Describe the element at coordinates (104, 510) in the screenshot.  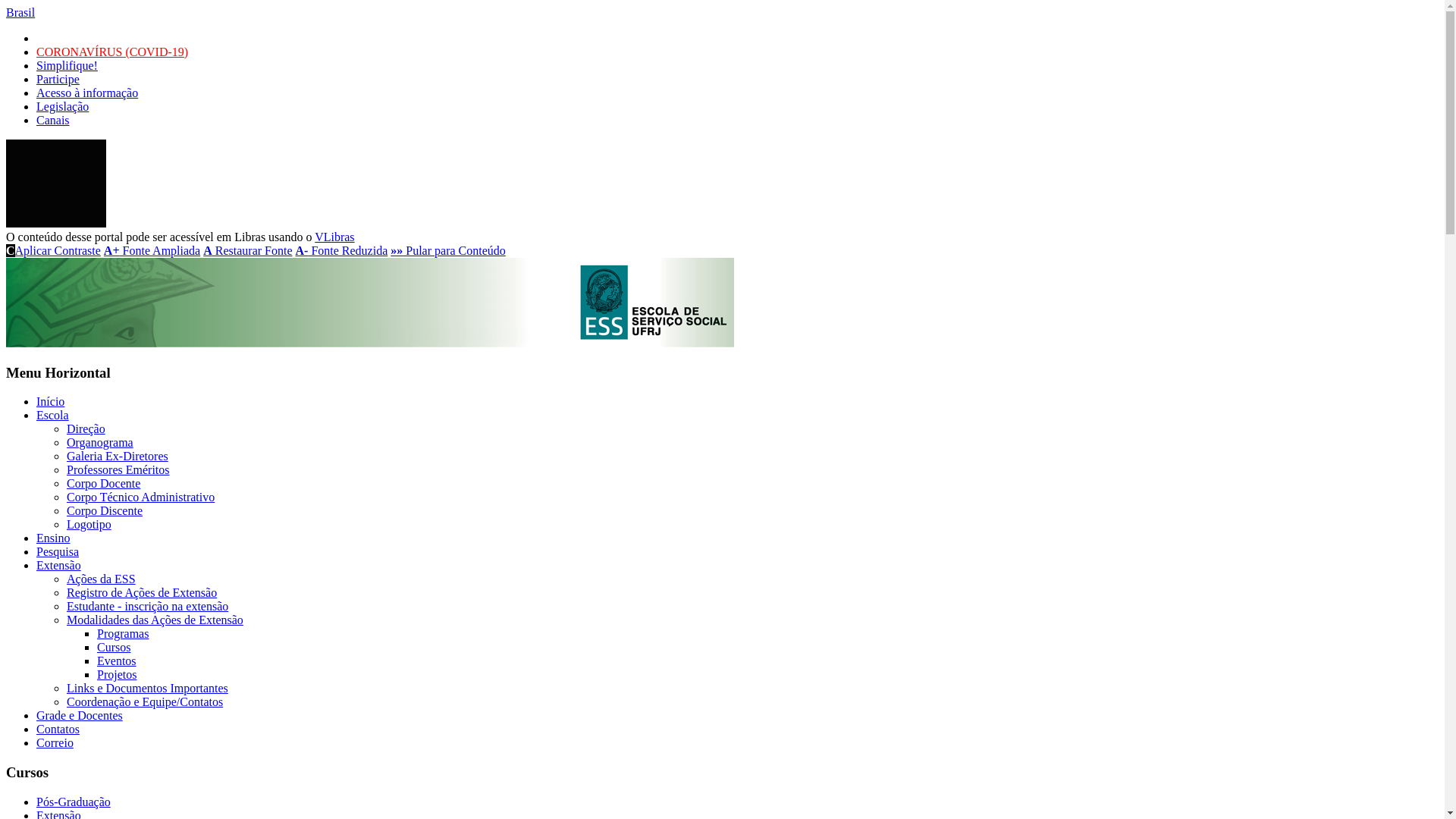
I see `'Corpo Discente'` at that location.